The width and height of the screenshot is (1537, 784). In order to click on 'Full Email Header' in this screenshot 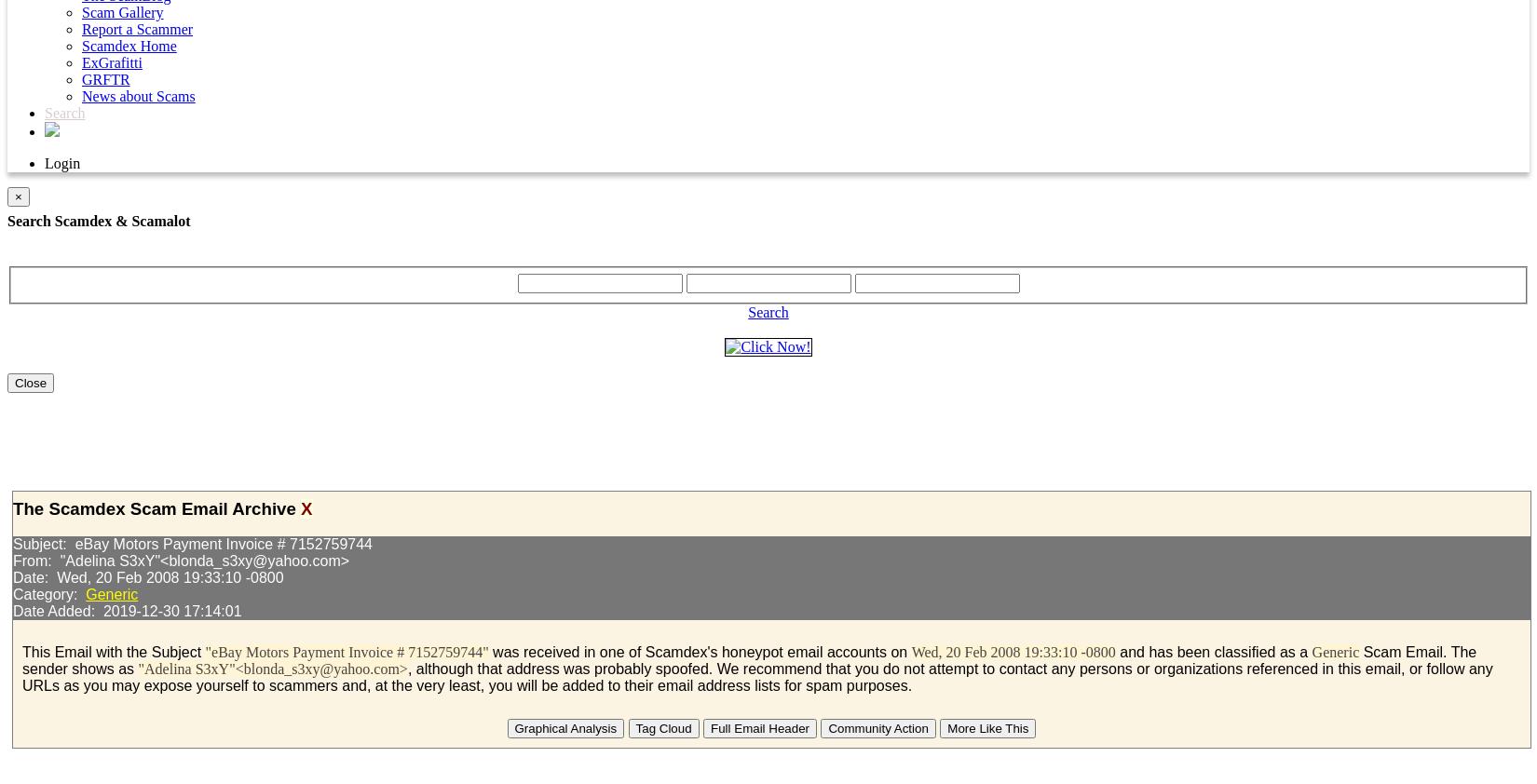, I will do `click(709, 728)`.